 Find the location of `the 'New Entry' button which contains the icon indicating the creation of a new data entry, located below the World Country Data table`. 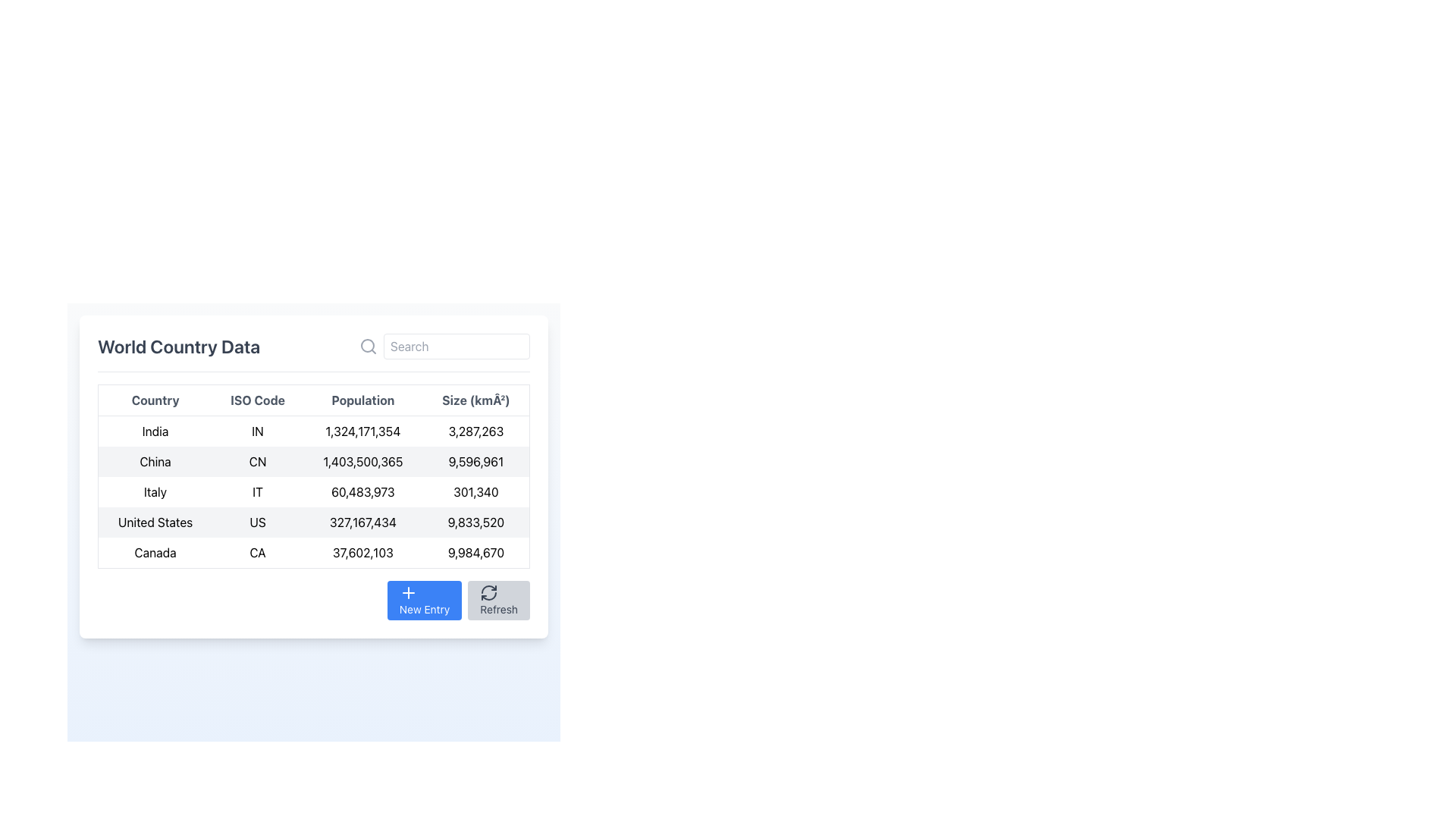

the 'New Entry' button which contains the icon indicating the creation of a new data entry, located below the World Country Data table is located at coordinates (408, 592).